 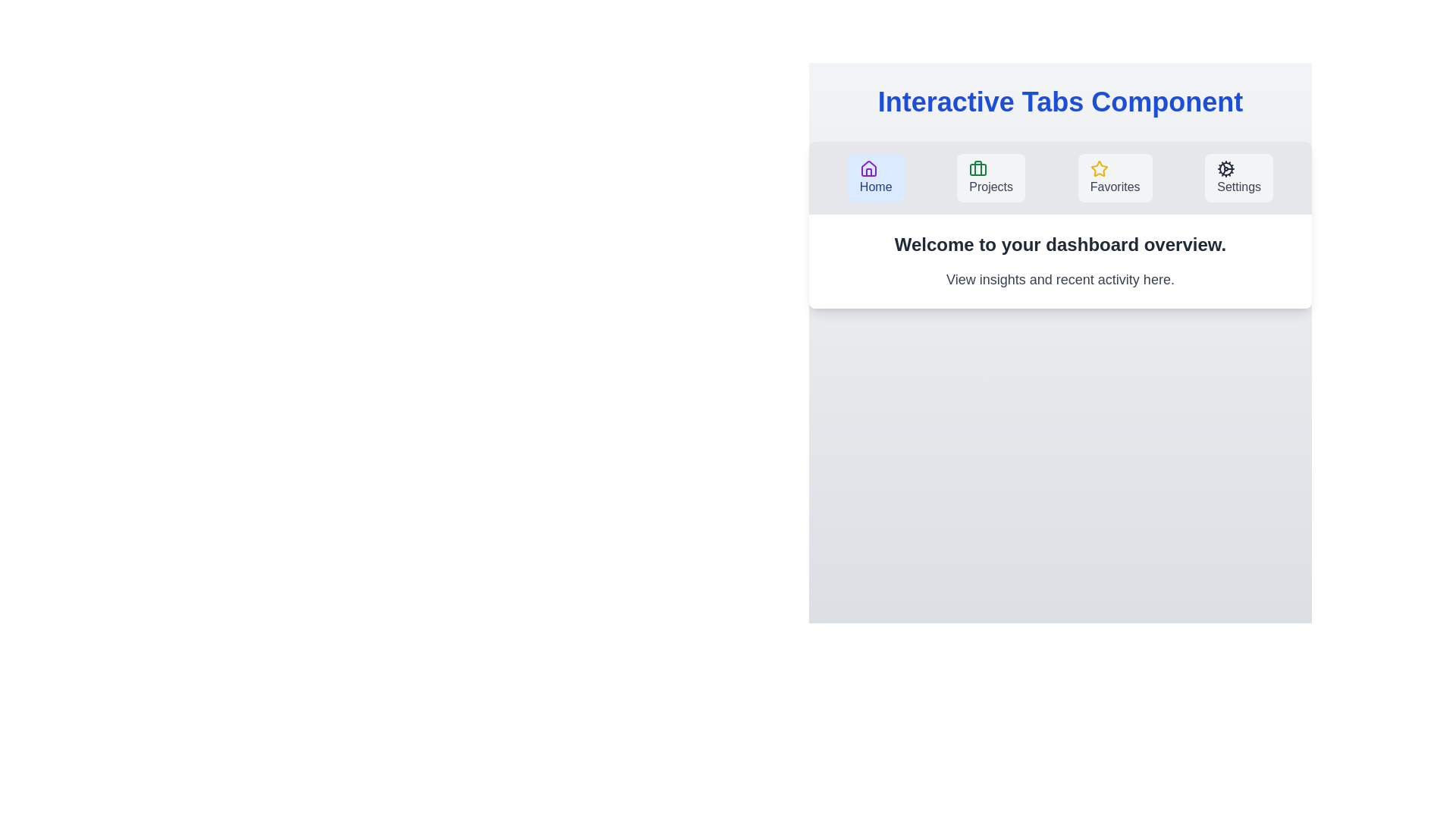 What do you see at coordinates (1115, 177) in the screenshot?
I see `the Favorites tab by clicking on its button` at bounding box center [1115, 177].